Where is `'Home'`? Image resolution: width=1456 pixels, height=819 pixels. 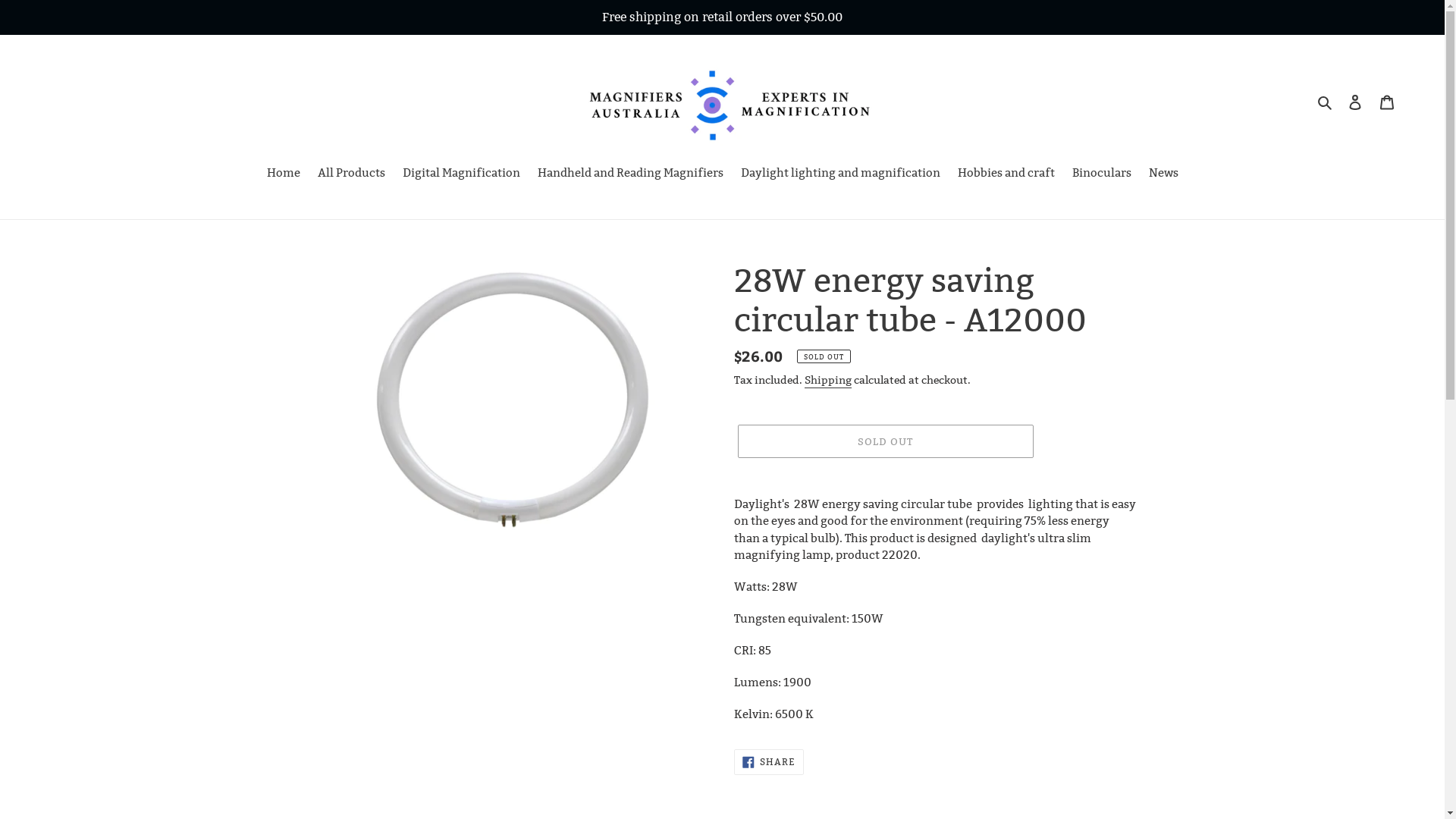
'Home' is located at coordinates (259, 174).